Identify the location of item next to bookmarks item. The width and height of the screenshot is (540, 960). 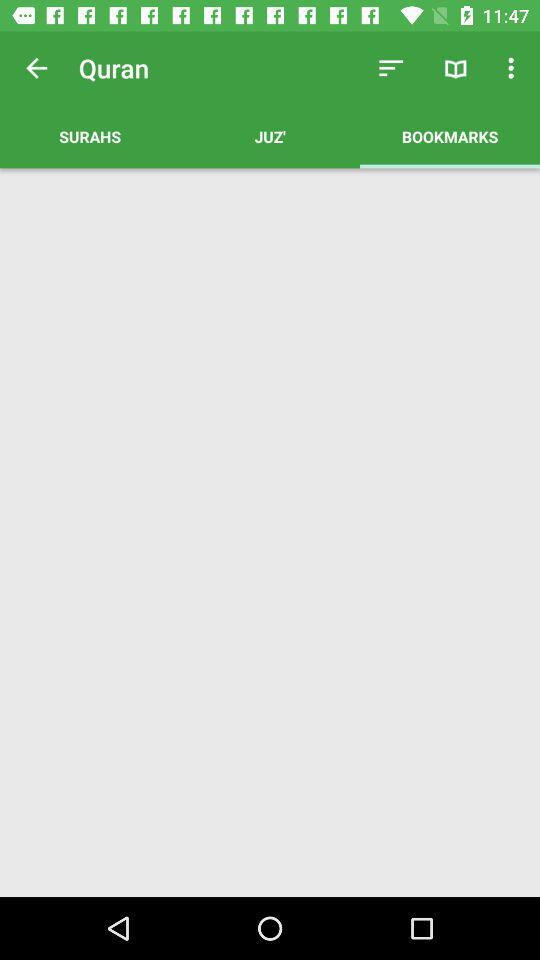
(270, 135).